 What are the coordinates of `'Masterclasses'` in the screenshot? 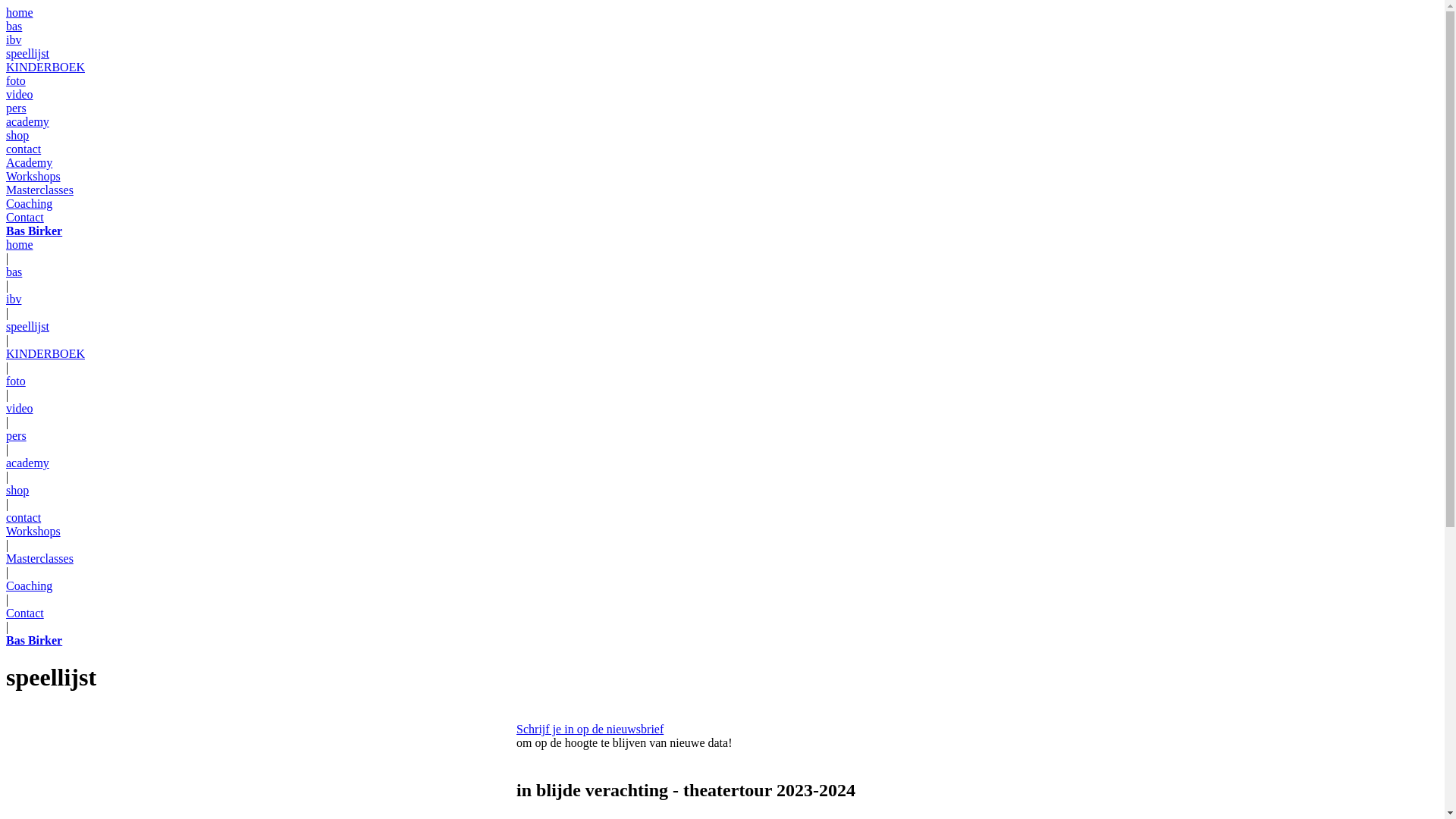 It's located at (39, 189).